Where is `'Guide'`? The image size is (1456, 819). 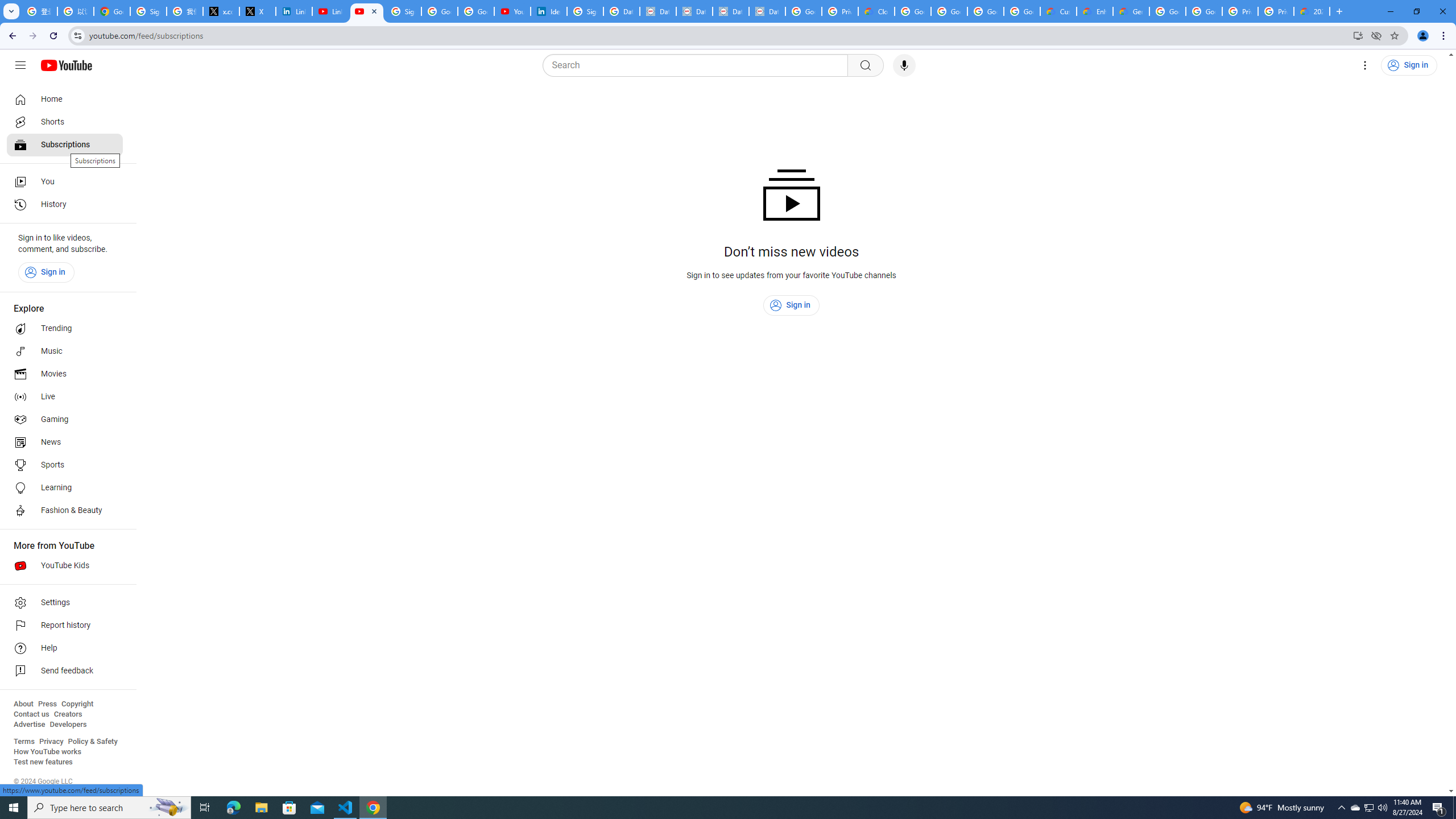
'Guide' is located at coordinates (19, 65).